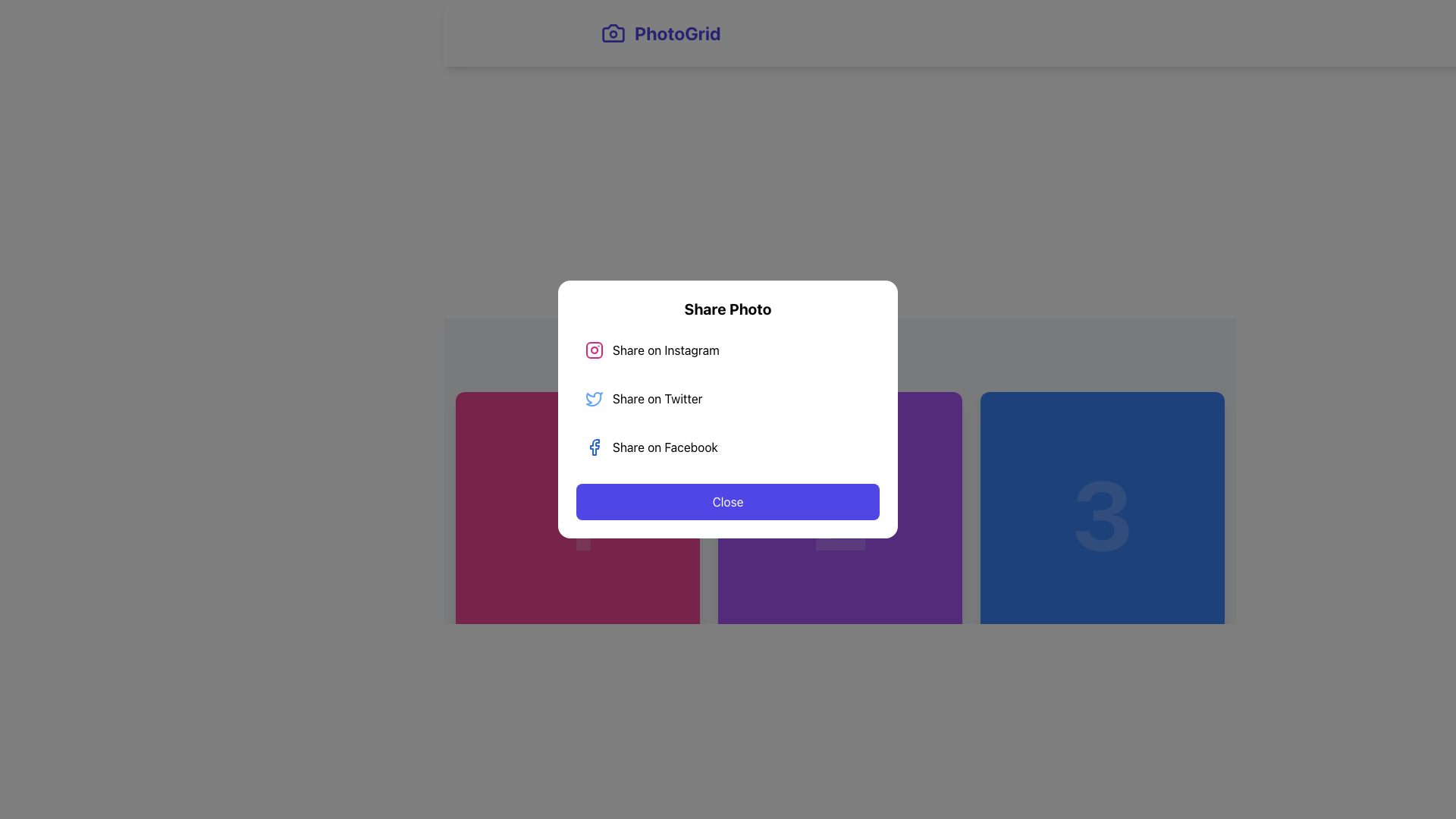  I want to click on the Twitter bird icon located within the 'Share on Twitter' button in the modal dialog titled 'Share Photo', so click(593, 397).